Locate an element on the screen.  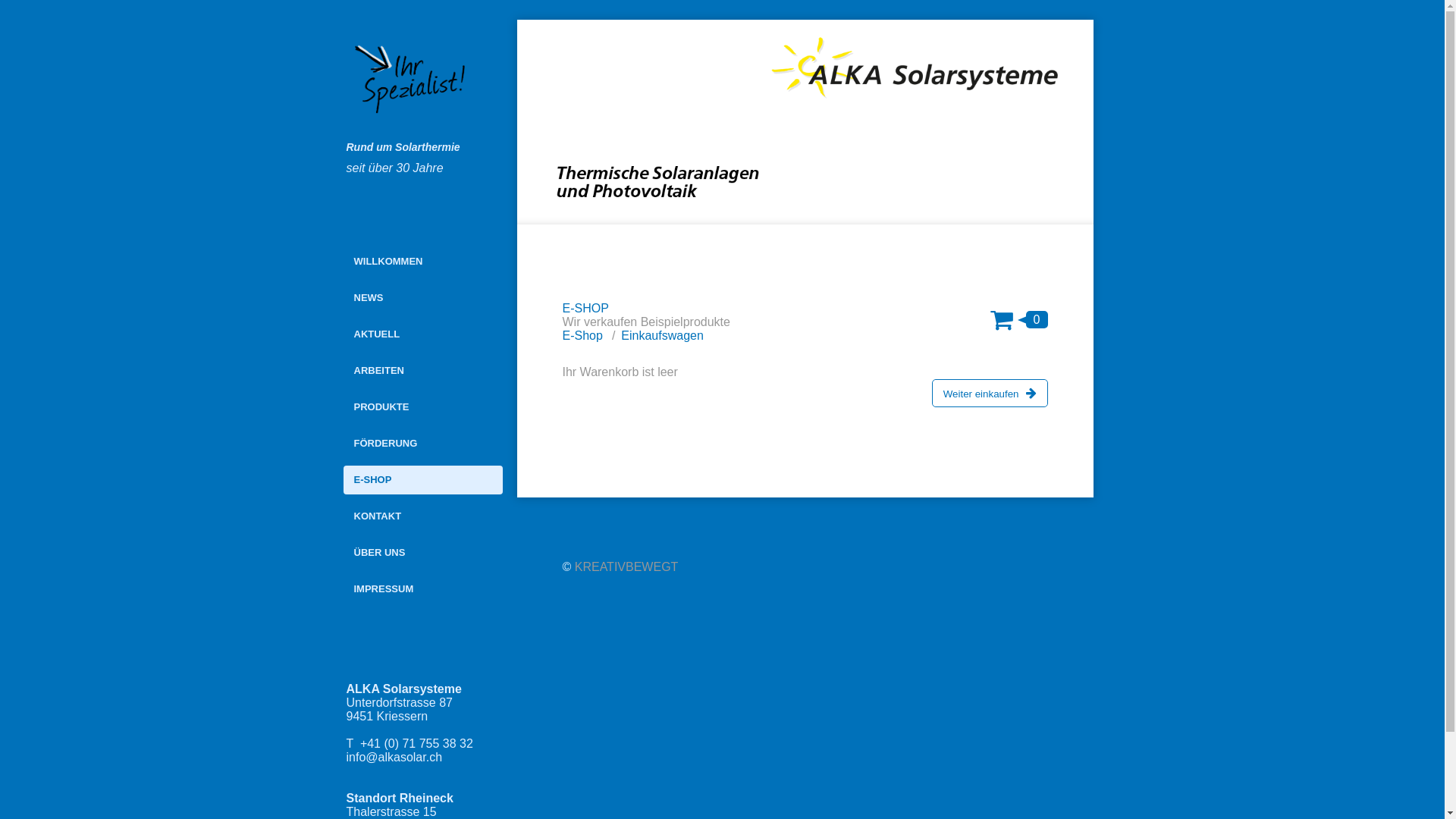
'IMPRESSUM' is located at coordinates (341, 588).